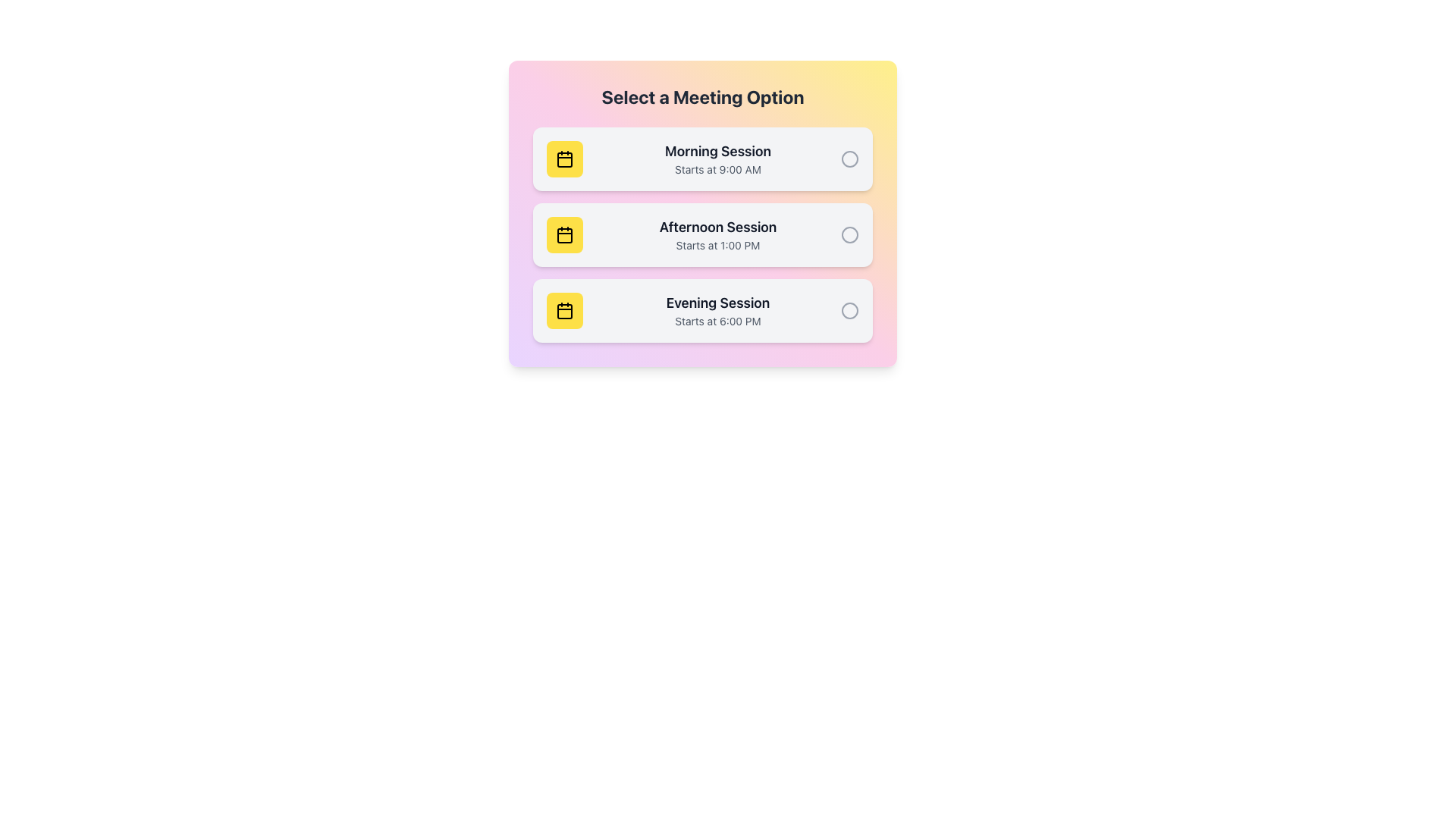 Image resolution: width=1456 pixels, height=819 pixels. Describe the element at coordinates (717, 158) in the screenshot. I see `the text label displaying 'Morning Session' and 'Starts at 9:00 AM' to associate with the session information` at that location.